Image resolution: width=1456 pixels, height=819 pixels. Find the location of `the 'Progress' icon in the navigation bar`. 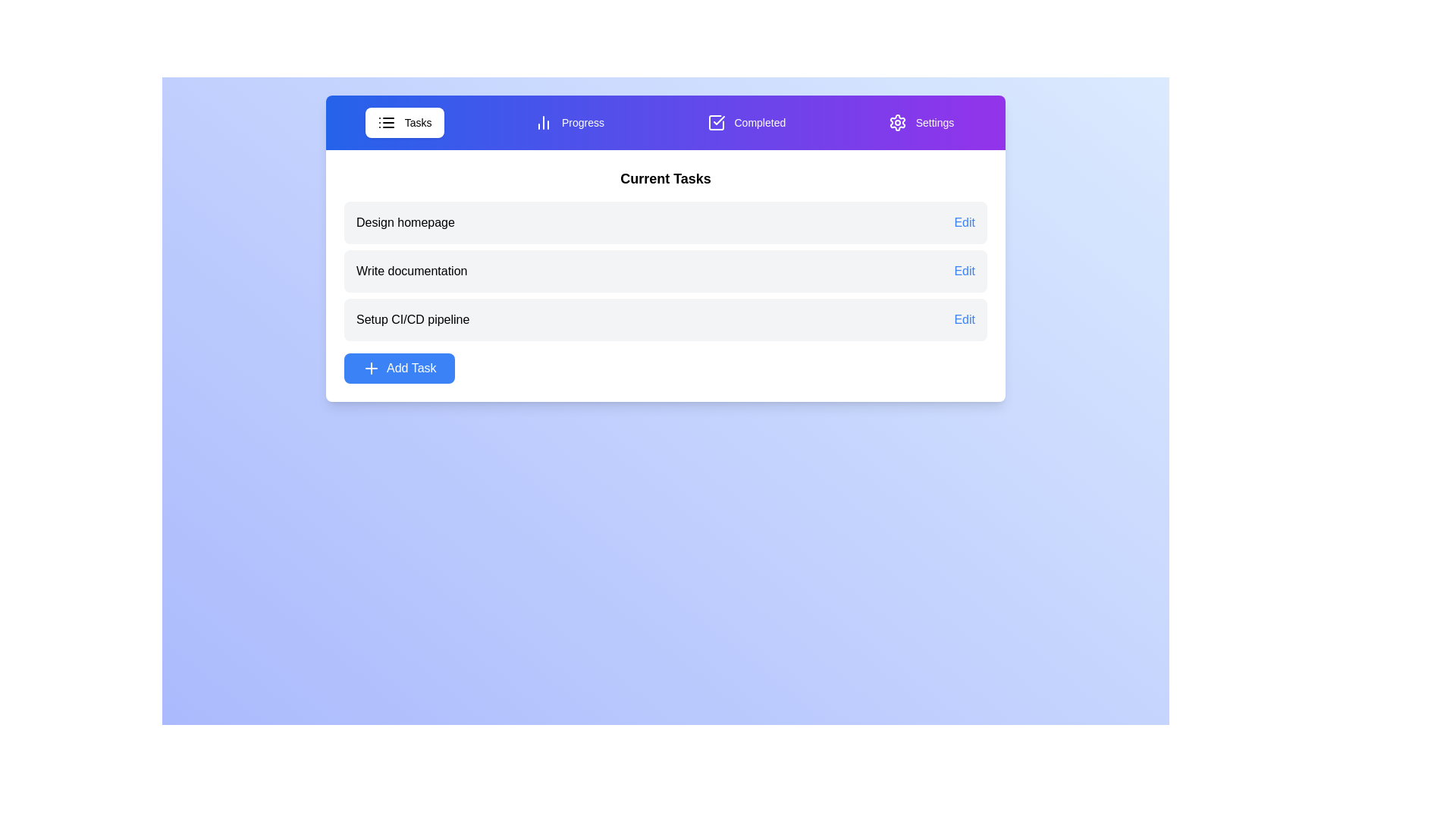

the 'Progress' icon in the navigation bar is located at coordinates (543, 122).